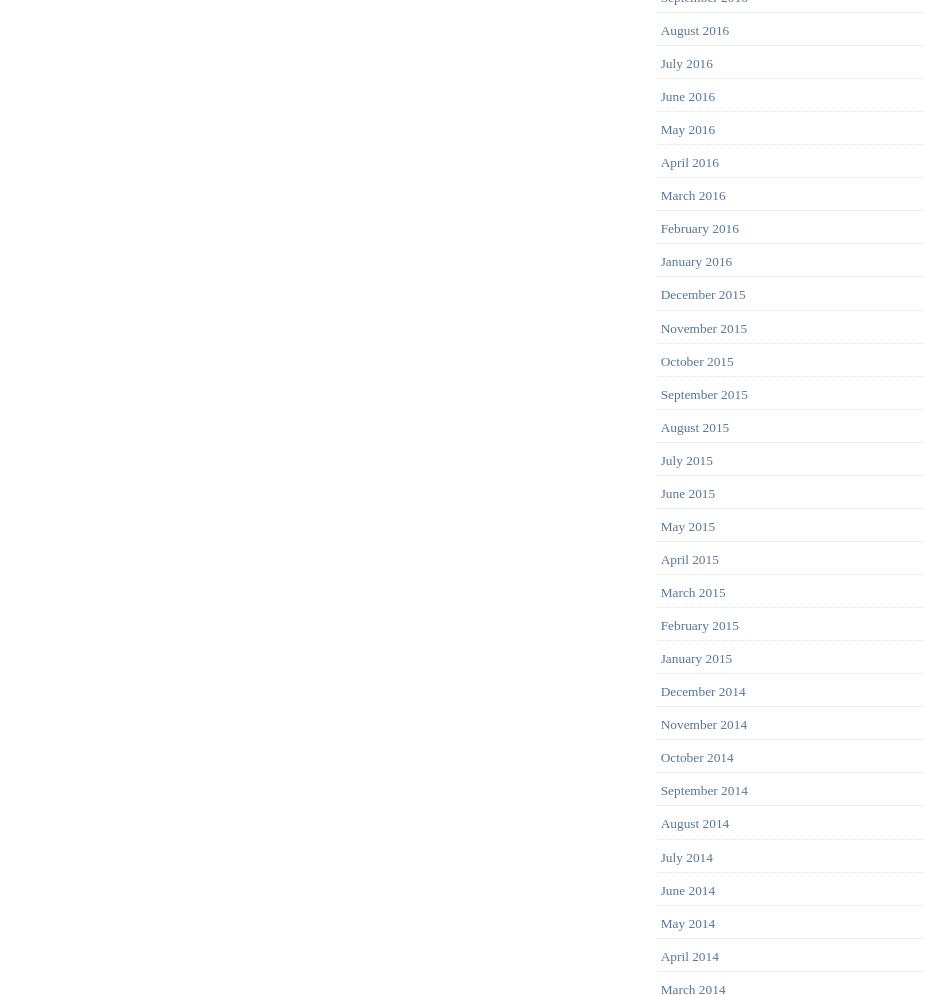  What do you see at coordinates (698, 227) in the screenshot?
I see `'February 2016'` at bounding box center [698, 227].